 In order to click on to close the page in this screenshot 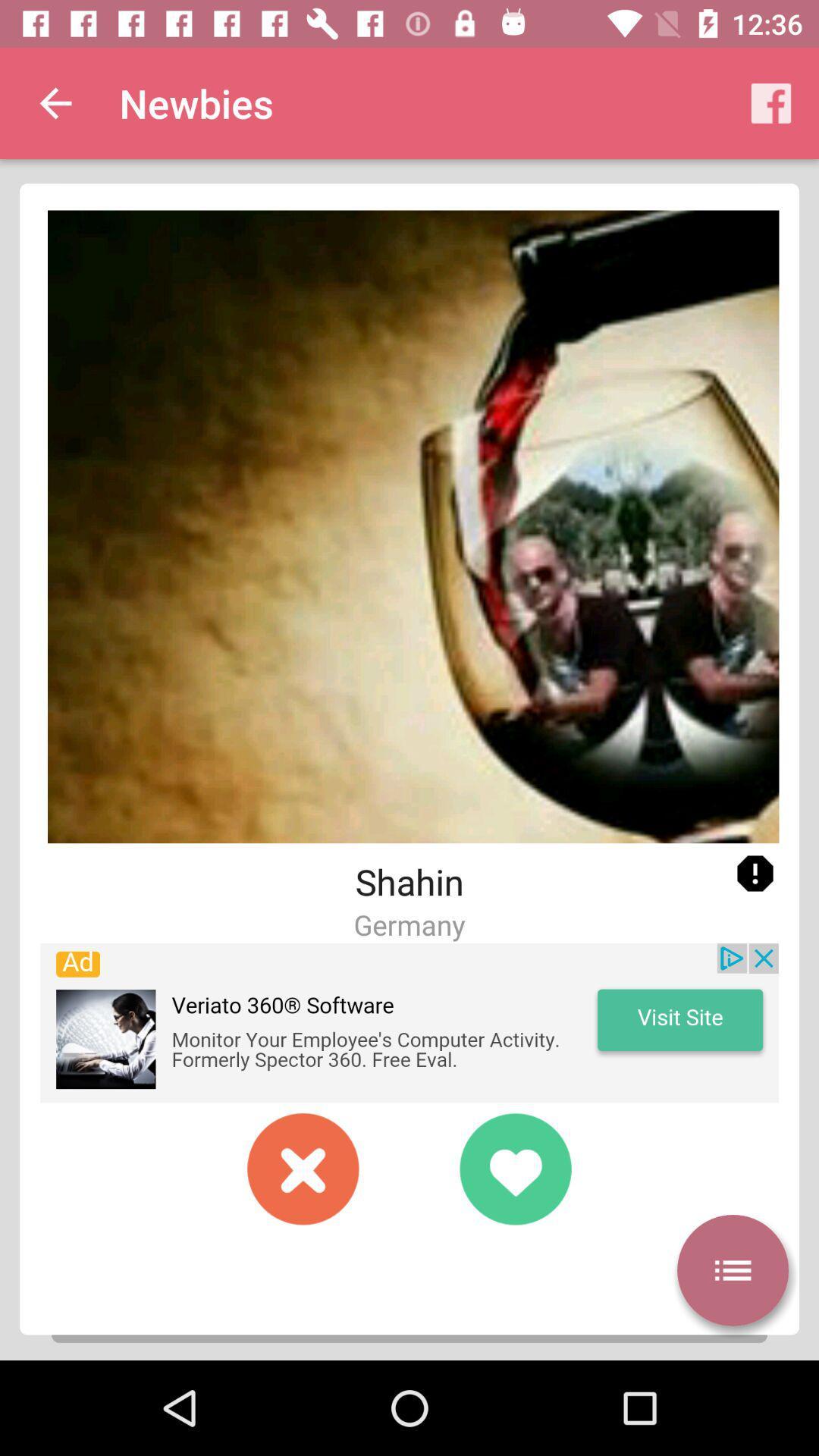, I will do `click(303, 1168)`.